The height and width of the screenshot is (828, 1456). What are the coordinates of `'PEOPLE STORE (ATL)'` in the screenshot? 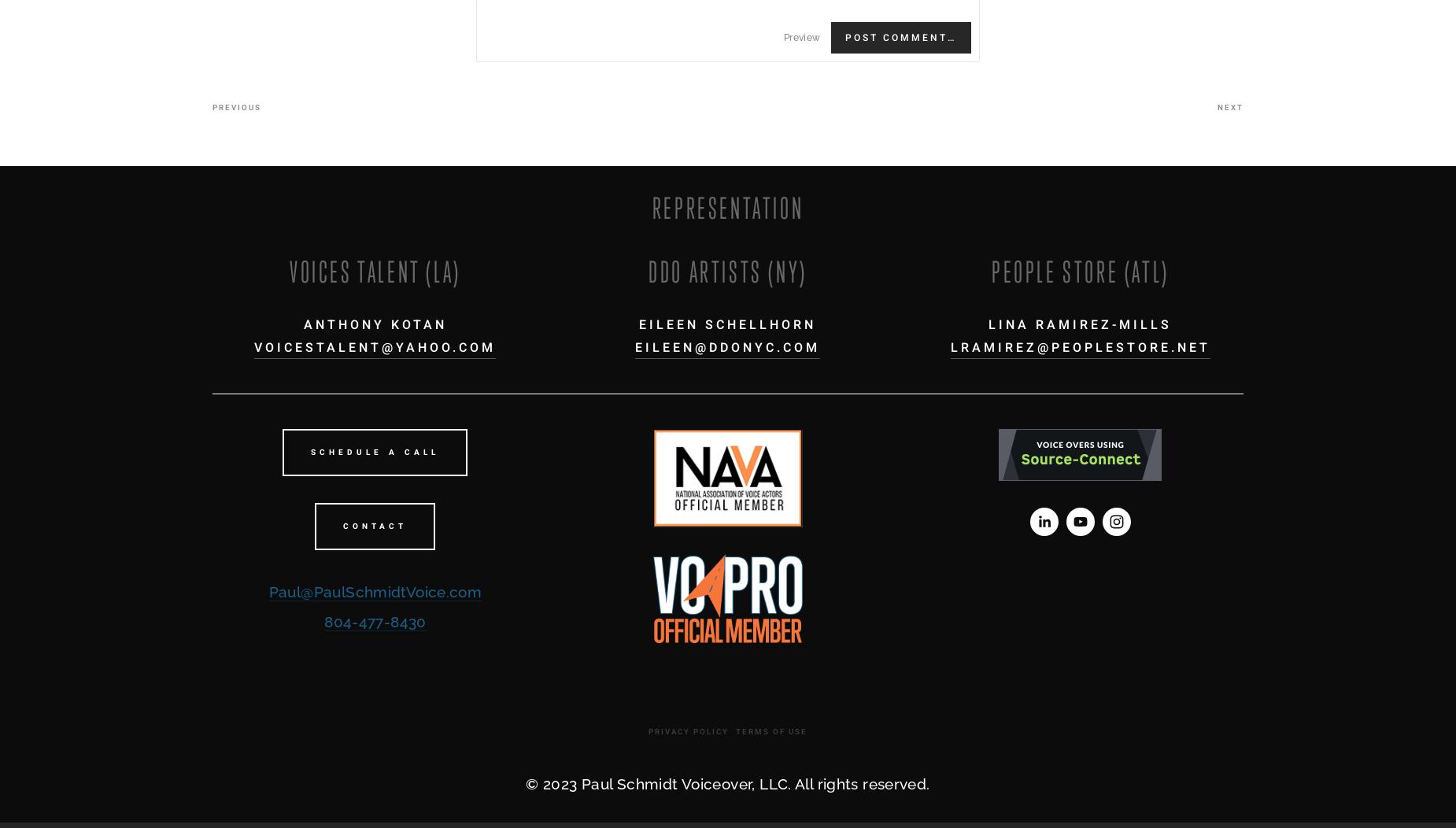 It's located at (1079, 270).